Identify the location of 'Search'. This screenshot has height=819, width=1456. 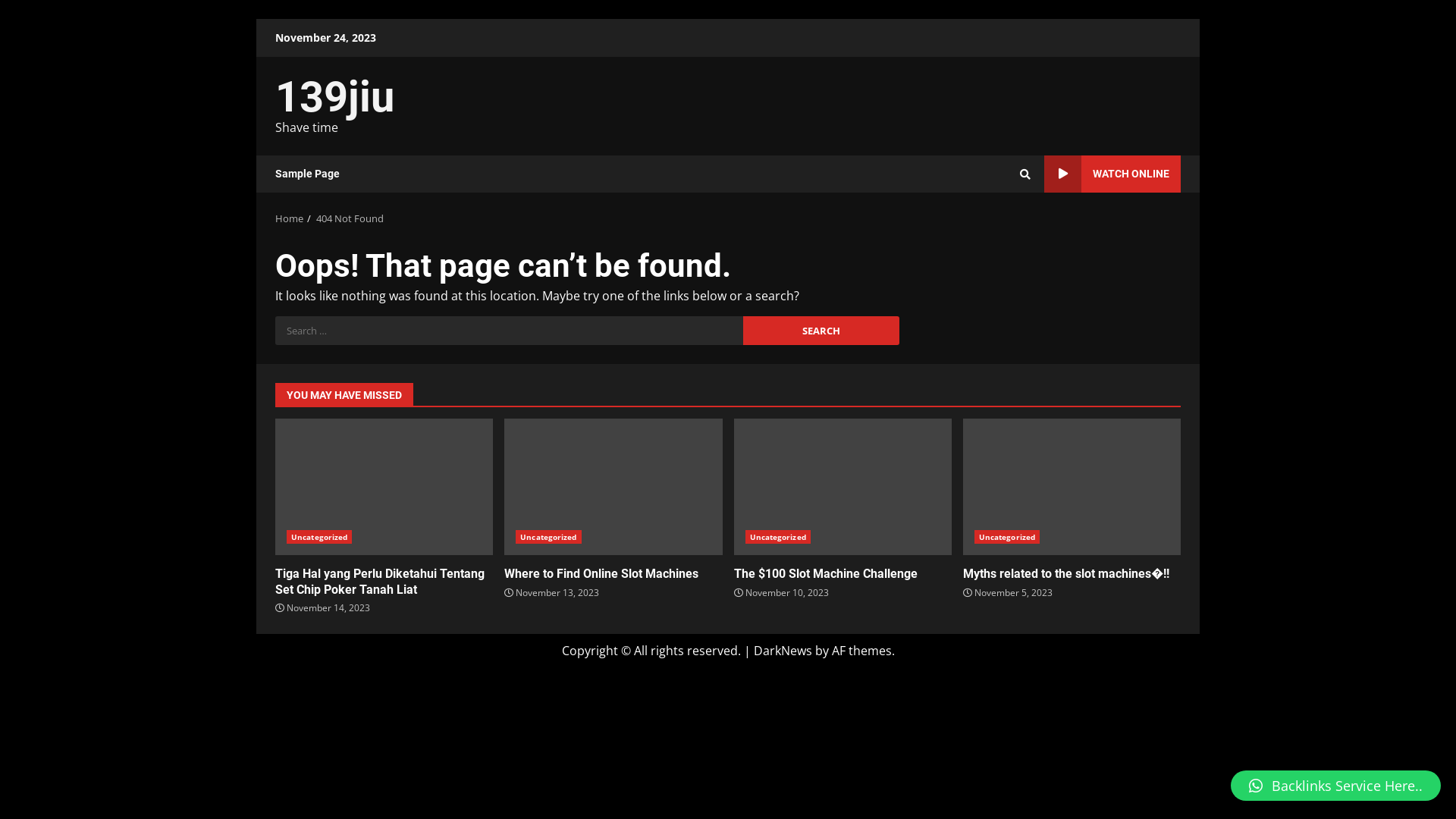
(997, 225).